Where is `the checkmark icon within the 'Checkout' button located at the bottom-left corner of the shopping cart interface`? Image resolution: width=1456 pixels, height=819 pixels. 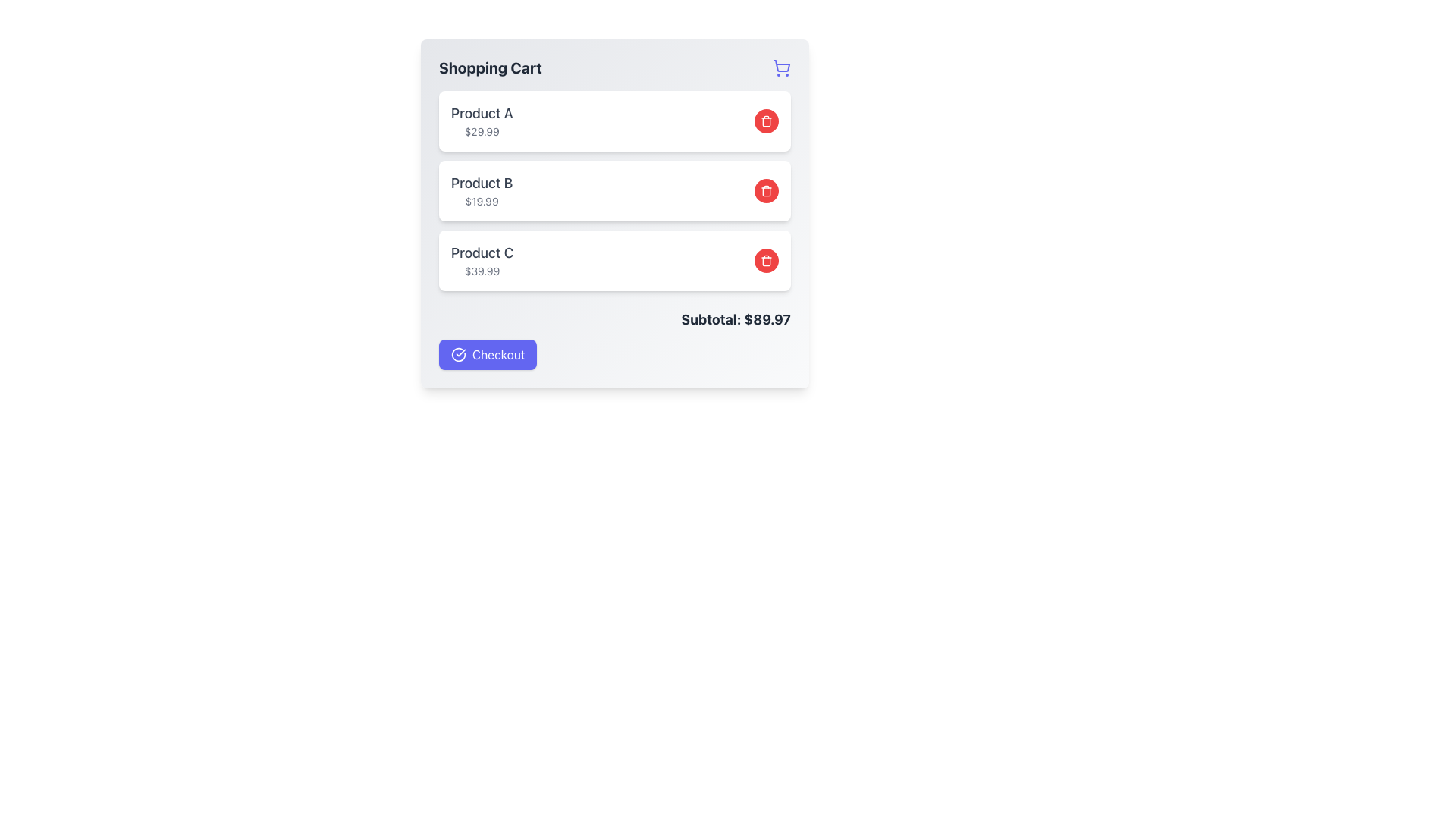
the checkmark icon within the 'Checkout' button located at the bottom-left corner of the shopping cart interface is located at coordinates (457, 354).